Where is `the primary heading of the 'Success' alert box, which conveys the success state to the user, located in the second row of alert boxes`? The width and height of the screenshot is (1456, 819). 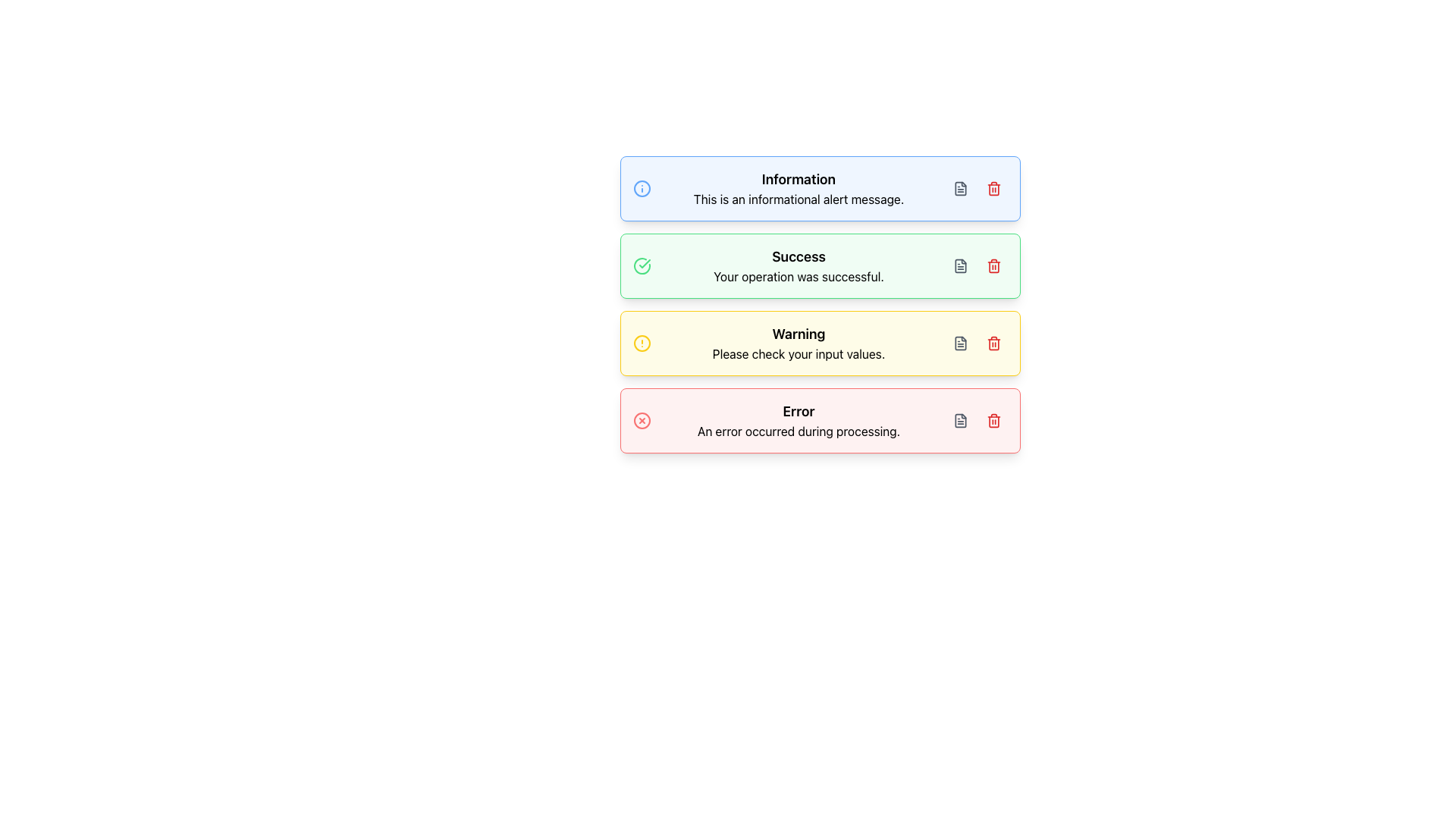 the primary heading of the 'Success' alert box, which conveys the success state to the user, located in the second row of alert boxes is located at coordinates (798, 256).